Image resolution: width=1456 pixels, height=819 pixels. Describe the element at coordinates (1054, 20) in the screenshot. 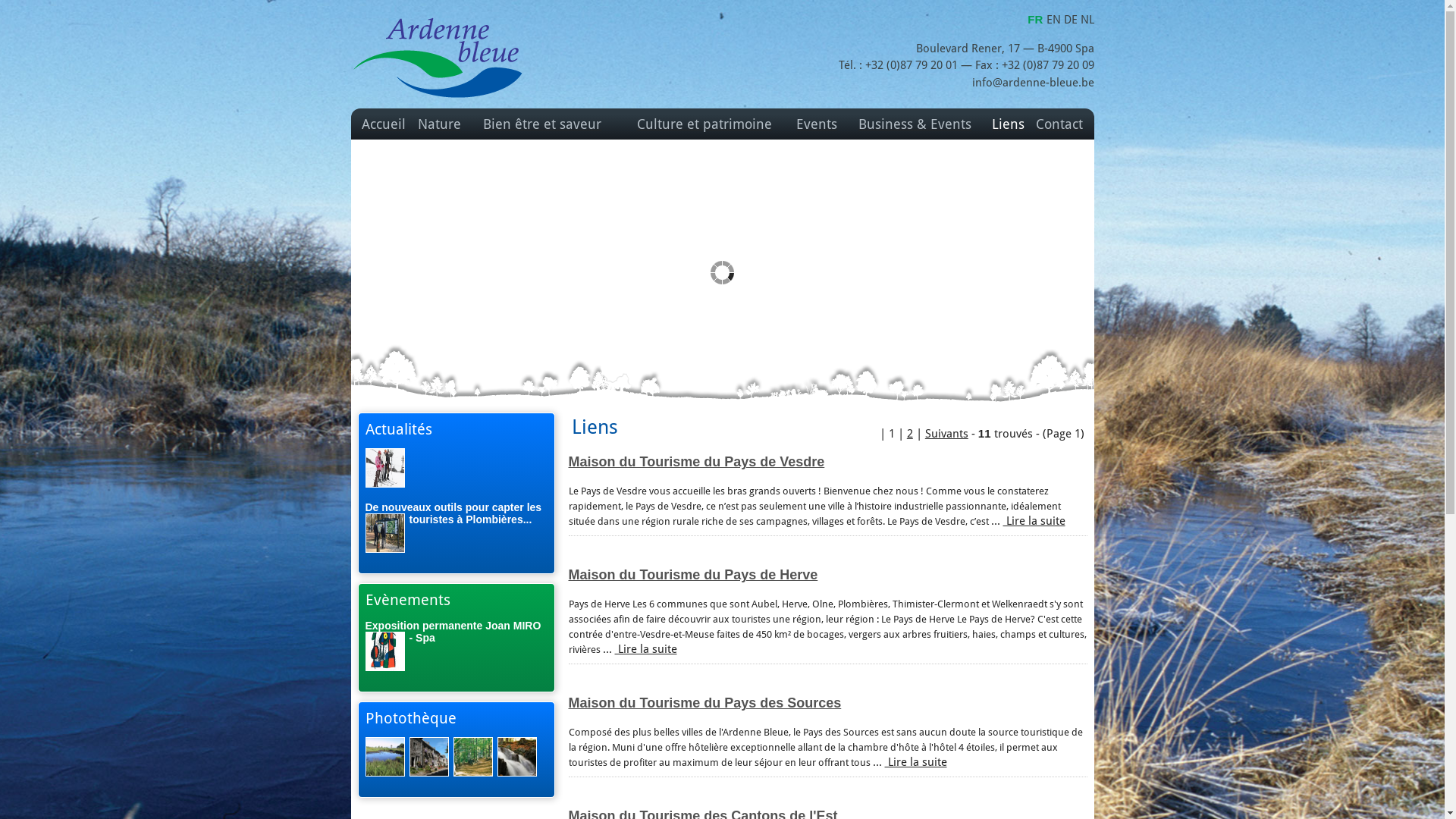

I see `'EN'` at that location.